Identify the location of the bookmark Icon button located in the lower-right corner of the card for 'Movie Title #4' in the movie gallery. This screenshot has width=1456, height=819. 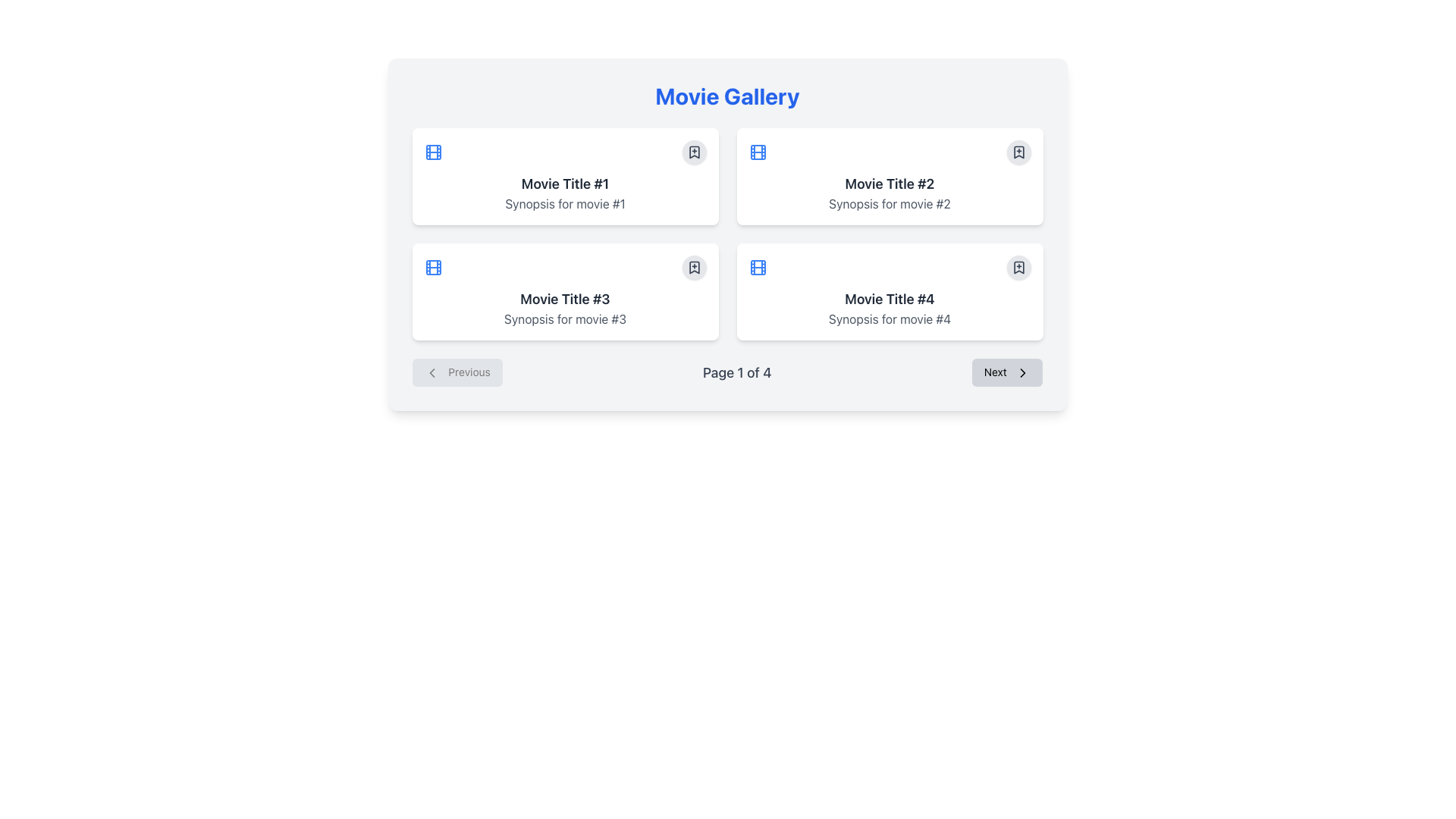
(1018, 267).